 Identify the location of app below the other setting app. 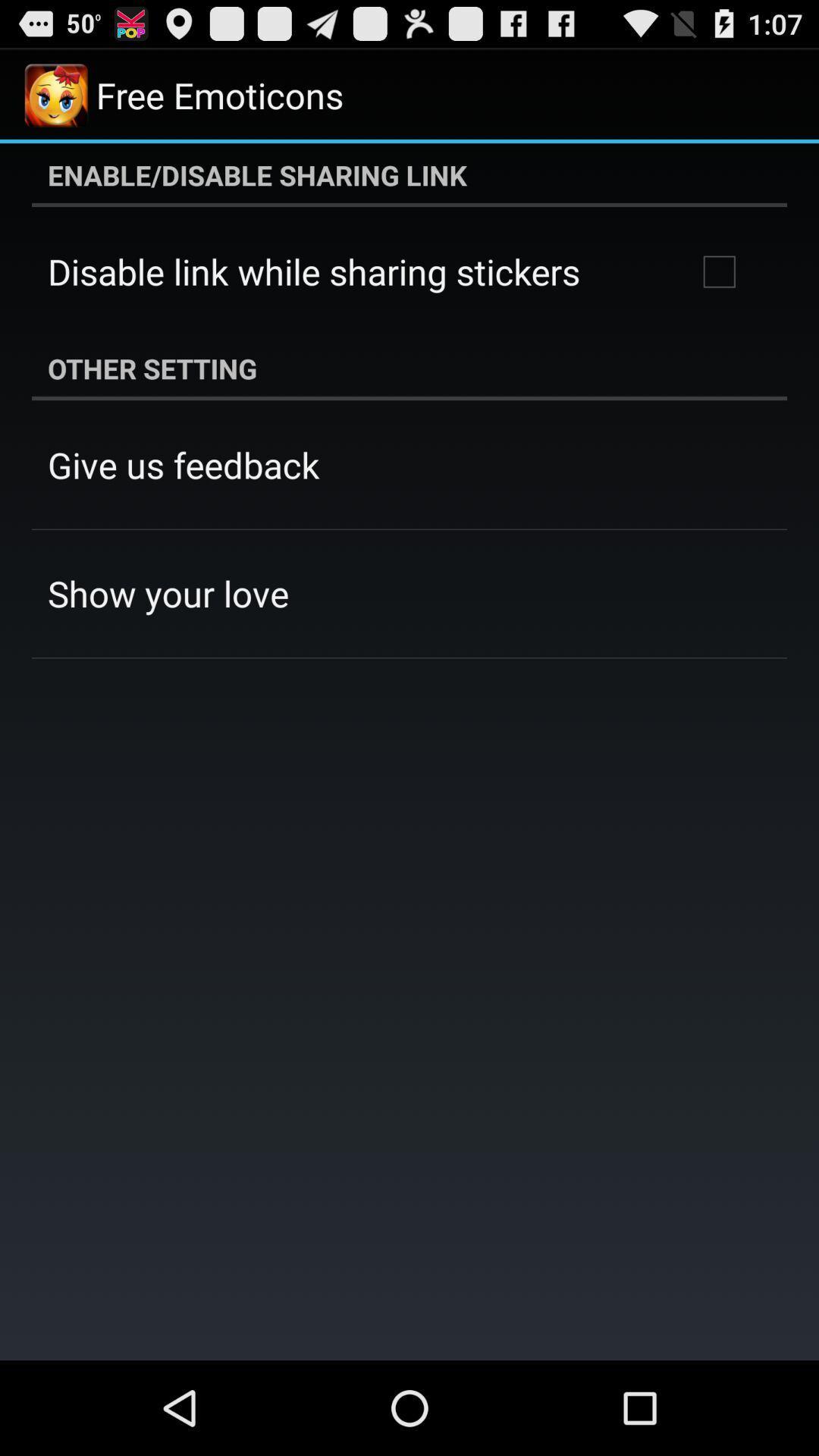
(183, 464).